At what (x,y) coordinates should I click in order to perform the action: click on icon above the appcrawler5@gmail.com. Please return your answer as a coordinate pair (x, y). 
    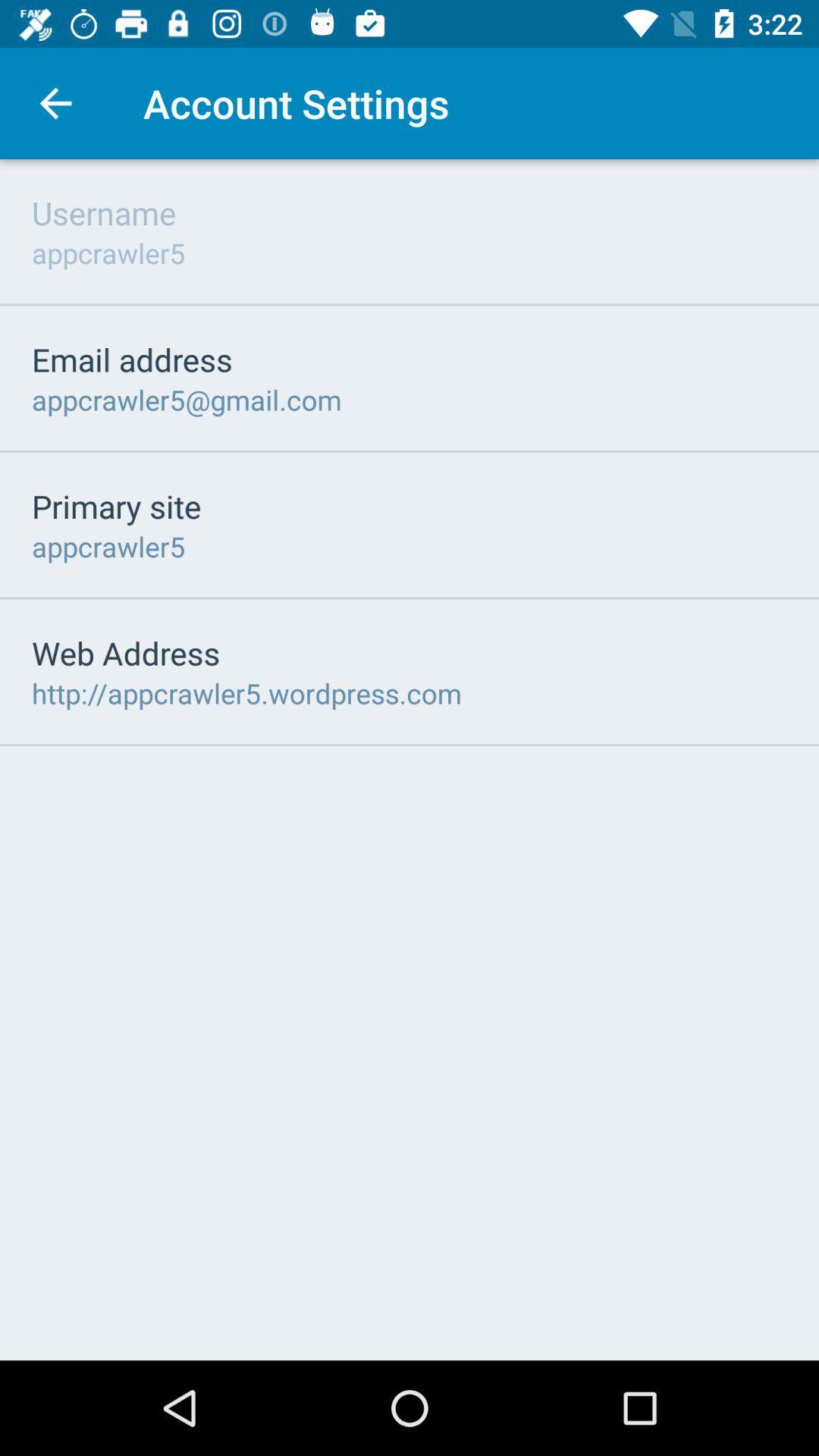
    Looking at the image, I should click on (131, 359).